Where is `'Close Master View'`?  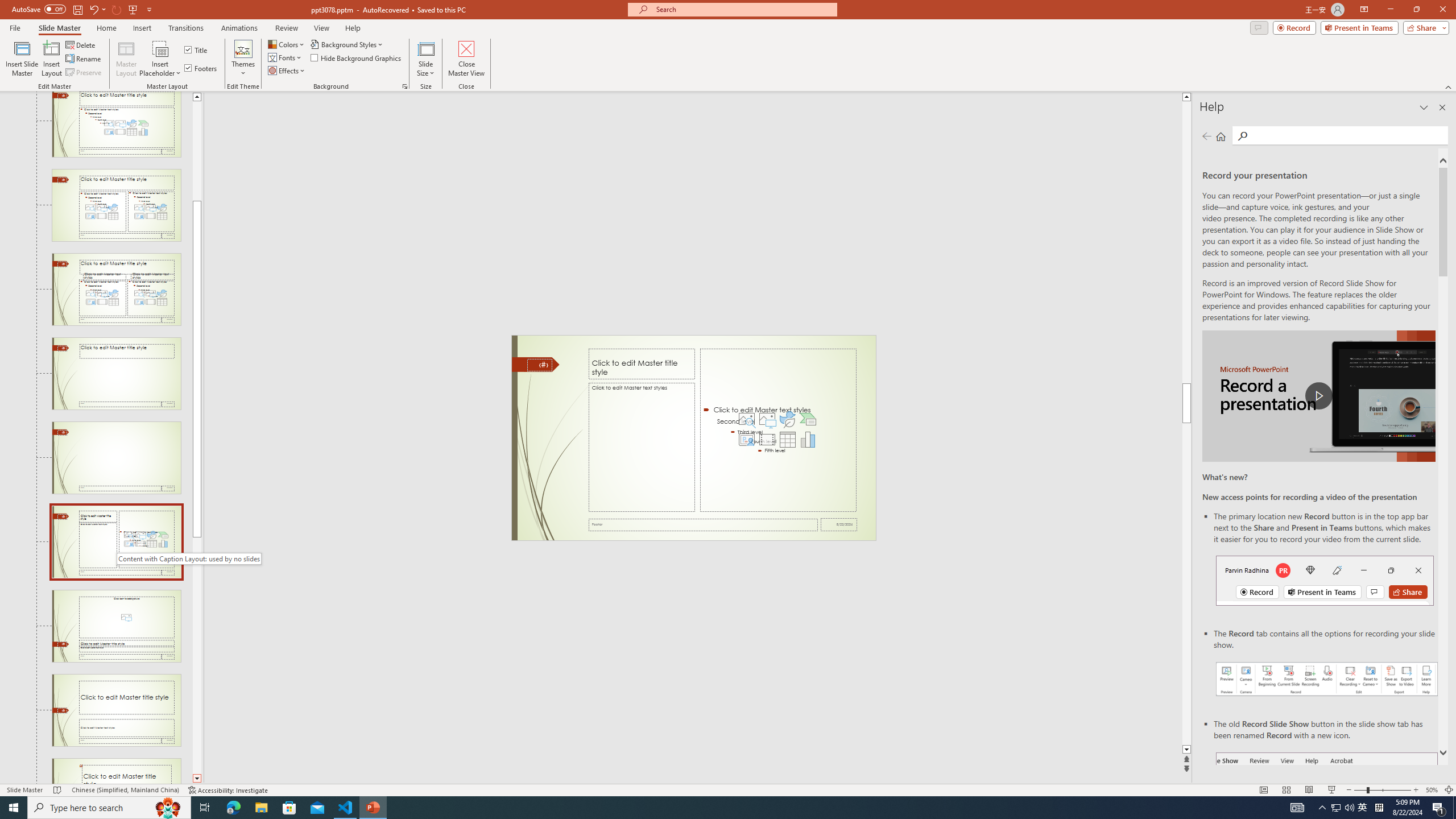
'Close Master View' is located at coordinates (466, 59).